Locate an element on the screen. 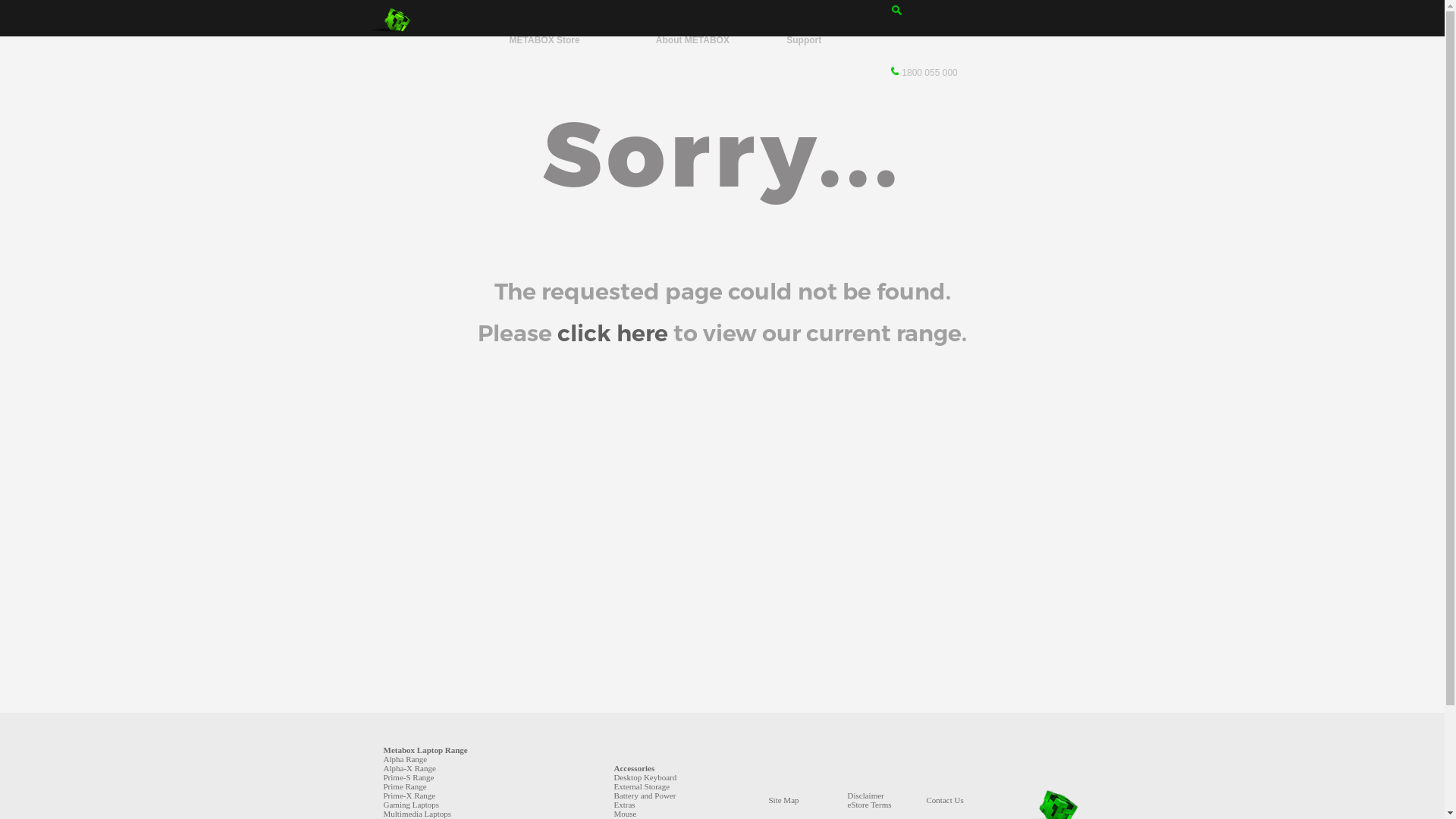 This screenshot has width=1456, height=819. 'Alpha Range' is located at coordinates (383, 759).